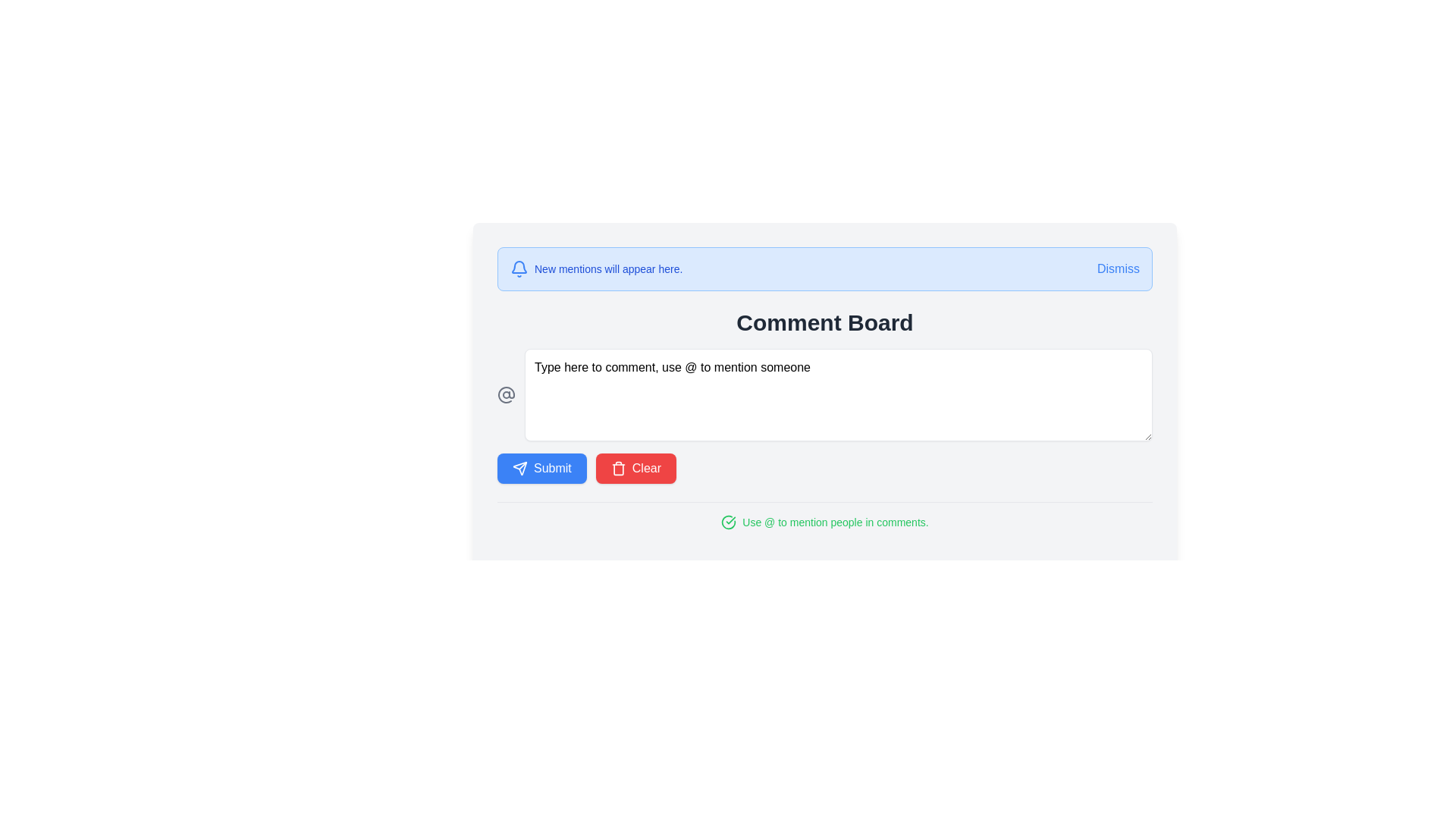 This screenshot has width=1456, height=819. What do you see at coordinates (729, 522) in the screenshot?
I see `the green circular checkmark icon with a tick inside, which is located at the bottom left of the interface preceding the text 'Use @ to mention people in comments.'` at bounding box center [729, 522].